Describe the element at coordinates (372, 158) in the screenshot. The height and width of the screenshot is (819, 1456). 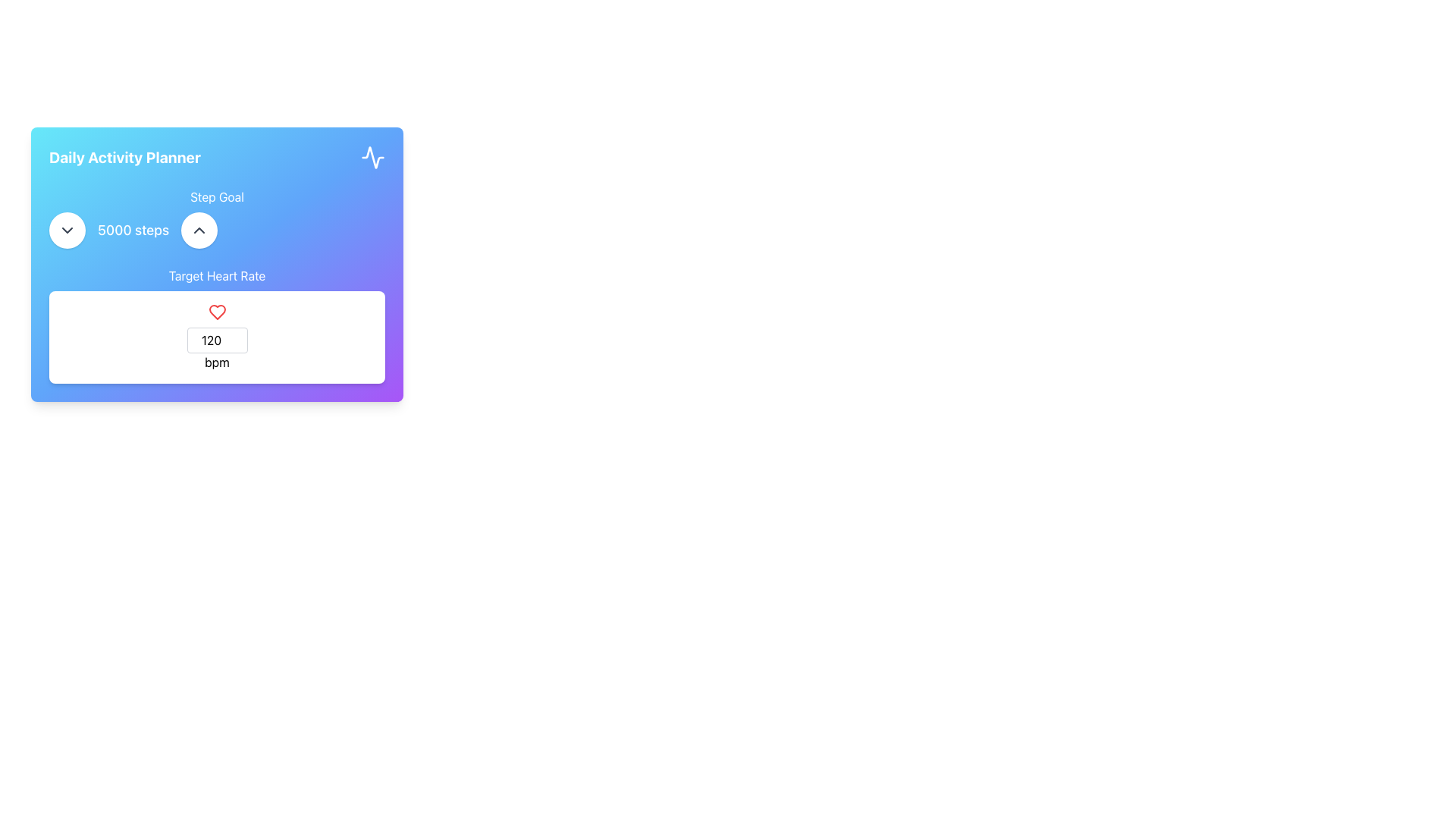
I see `the waveform style graphic icon located in the top-right corner of the 'Daily Activity Planner' card` at that location.